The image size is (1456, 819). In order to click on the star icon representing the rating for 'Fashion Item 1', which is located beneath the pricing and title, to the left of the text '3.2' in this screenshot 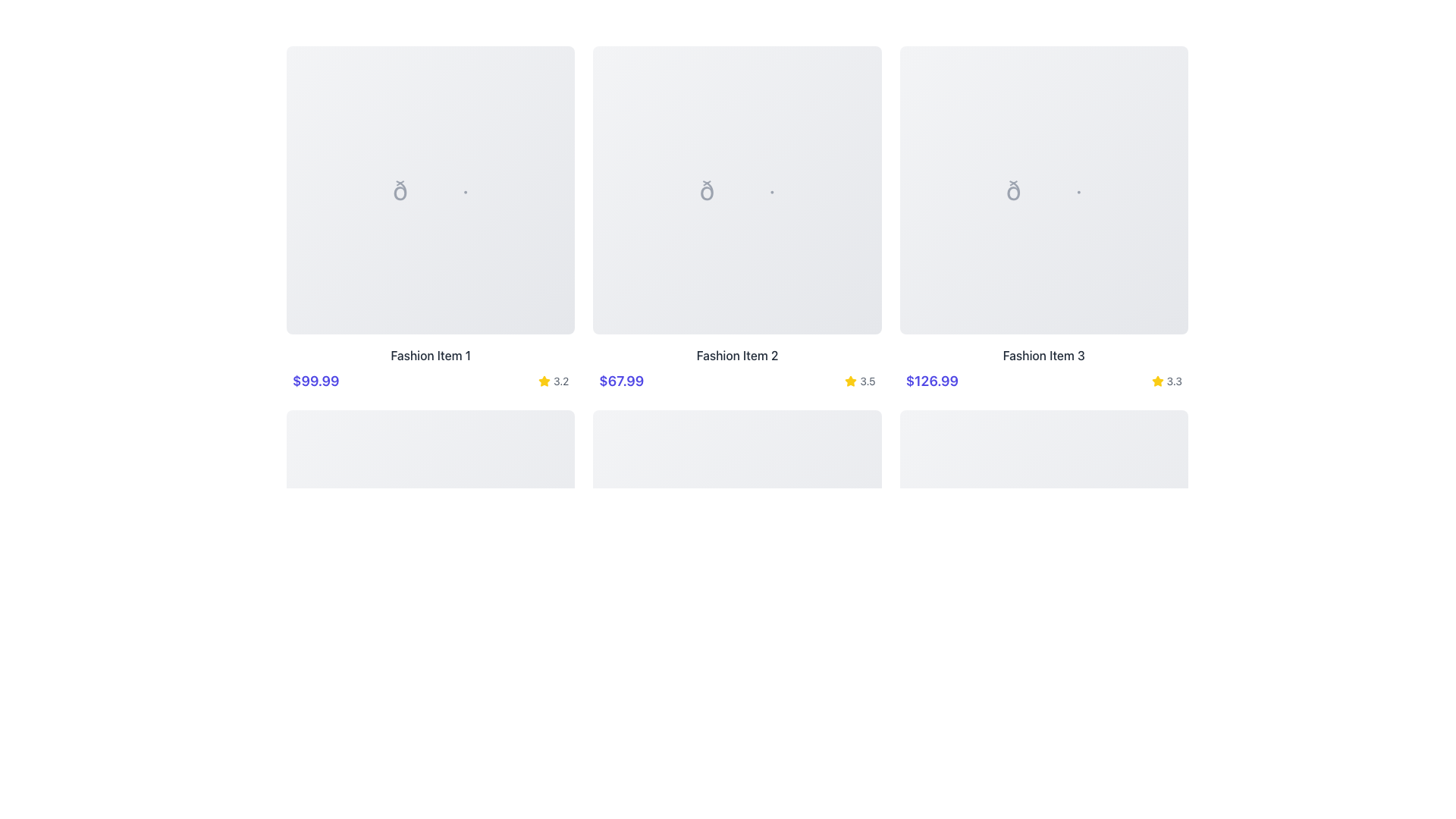, I will do `click(544, 381)`.